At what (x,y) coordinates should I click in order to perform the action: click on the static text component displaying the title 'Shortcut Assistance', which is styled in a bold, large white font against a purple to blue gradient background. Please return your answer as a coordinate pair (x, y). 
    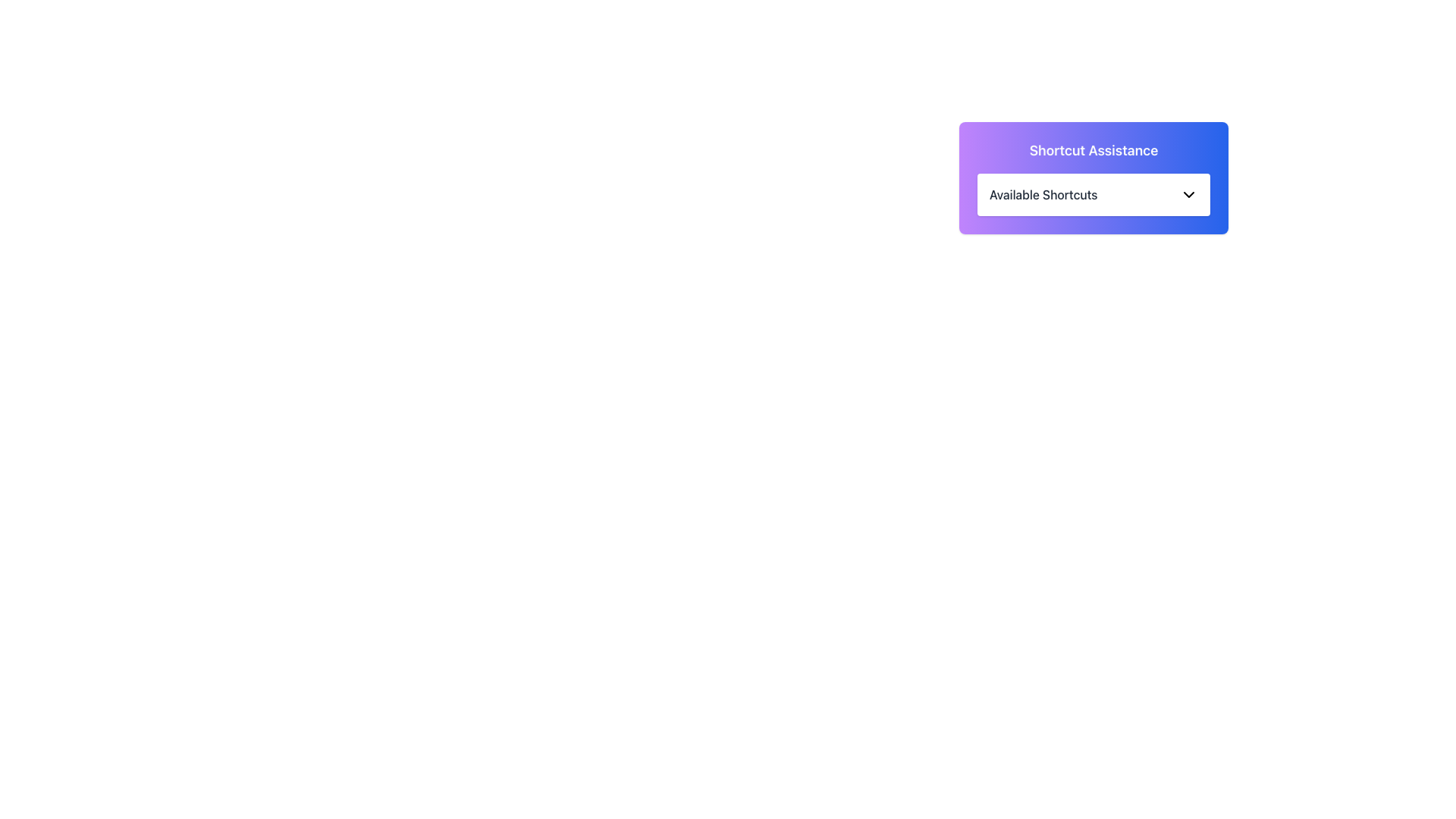
    Looking at the image, I should click on (1094, 151).